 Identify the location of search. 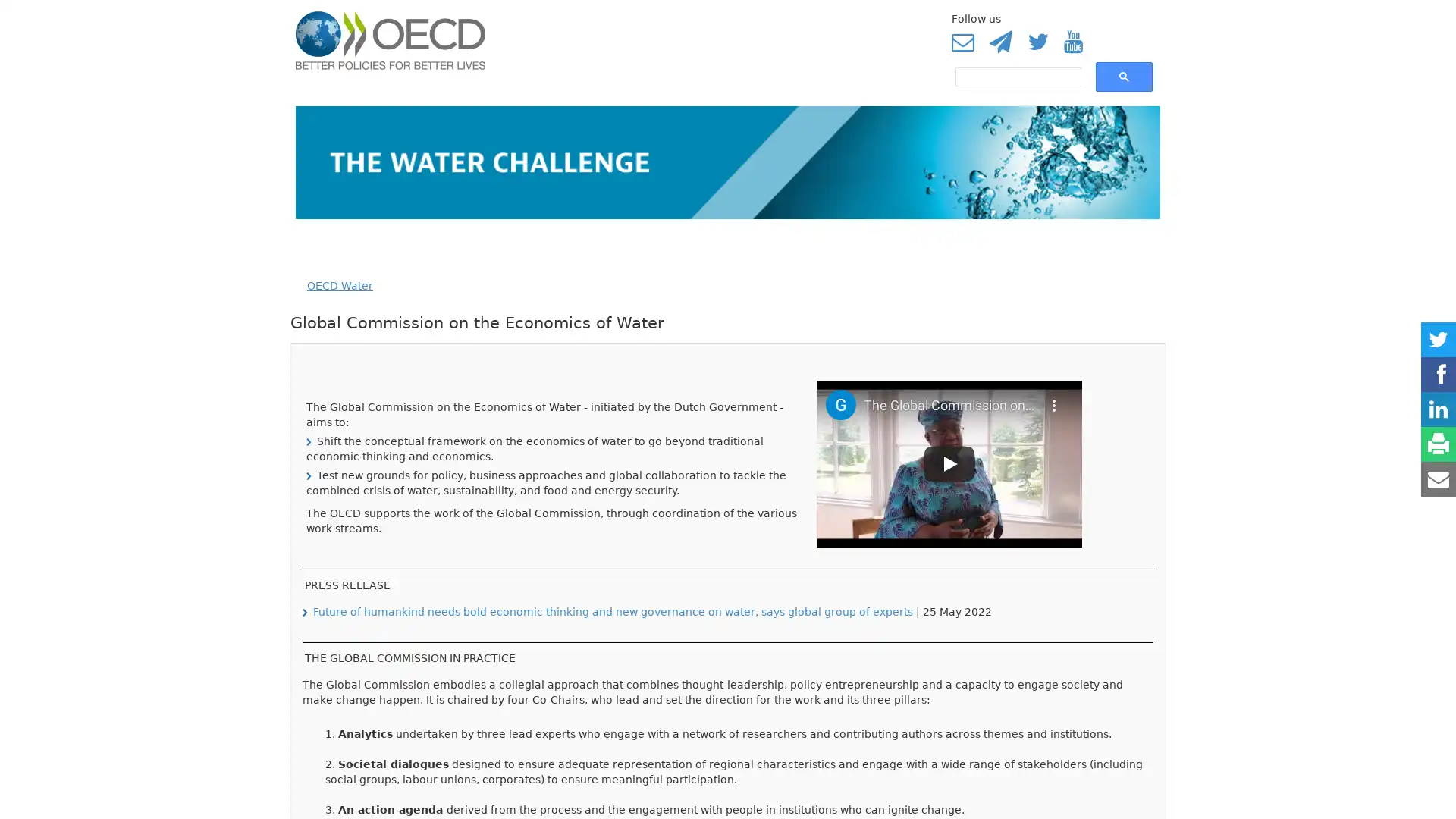
(1124, 76).